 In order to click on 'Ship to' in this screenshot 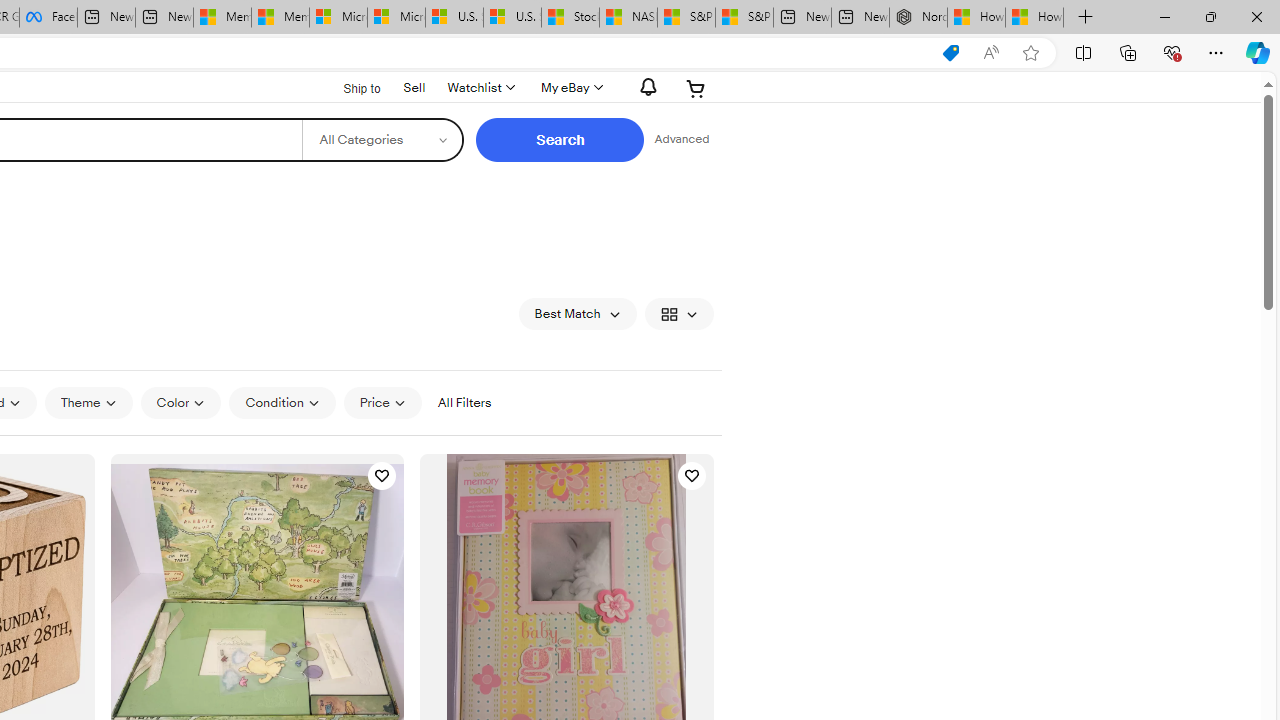, I will do `click(349, 88)`.